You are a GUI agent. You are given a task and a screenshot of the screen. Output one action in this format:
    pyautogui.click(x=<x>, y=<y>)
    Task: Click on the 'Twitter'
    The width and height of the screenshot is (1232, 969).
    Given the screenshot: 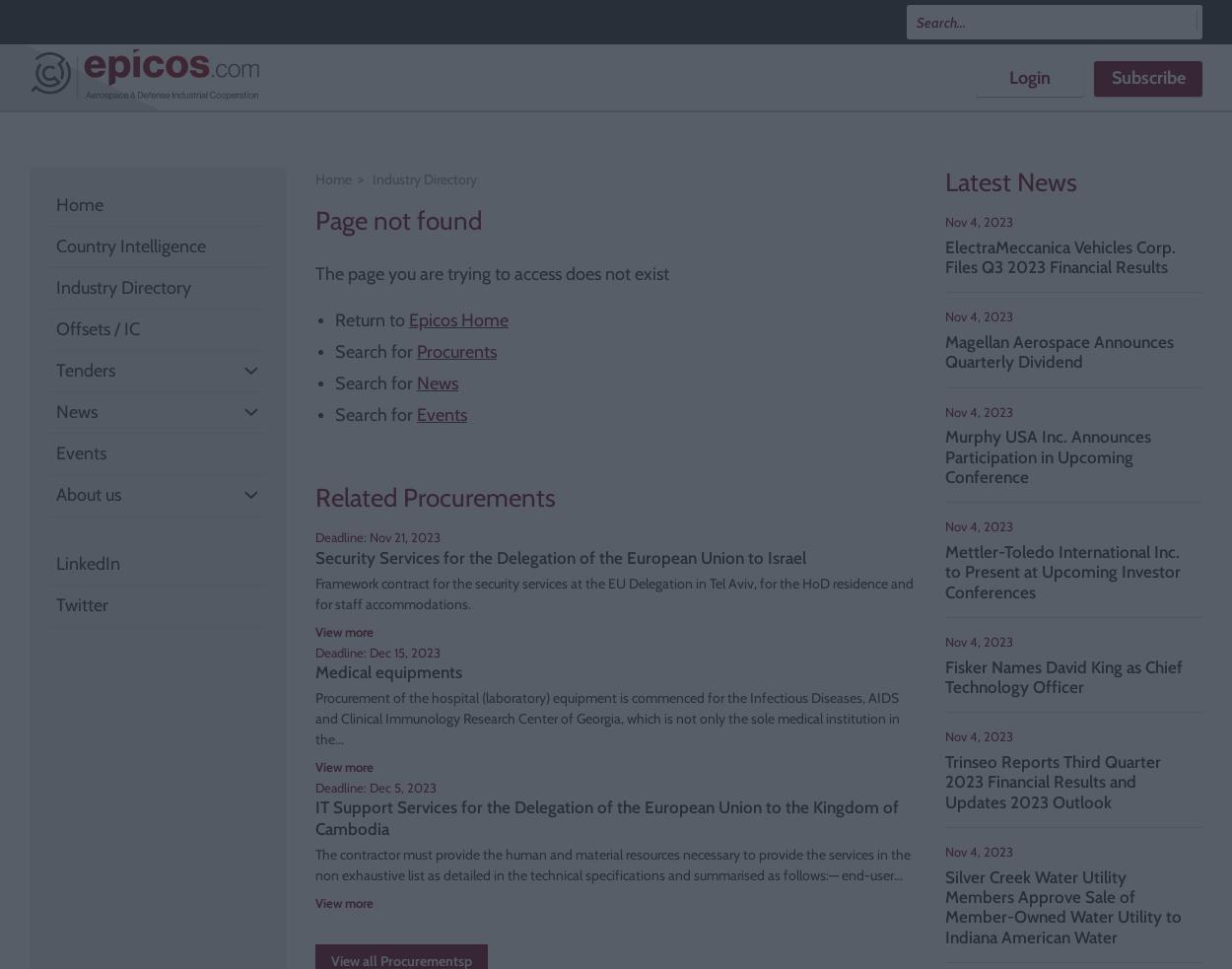 What is the action you would take?
    pyautogui.click(x=81, y=604)
    